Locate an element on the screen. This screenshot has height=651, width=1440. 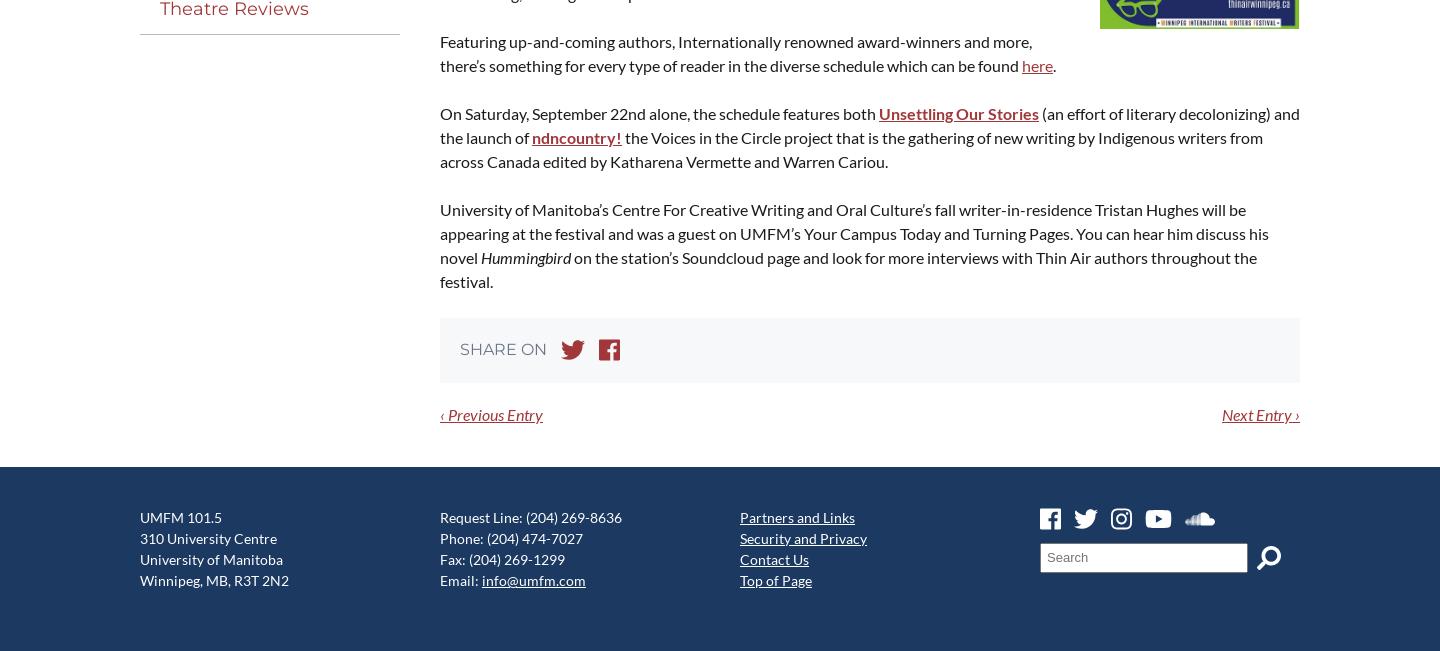
'On Sat­ur­day, Sep­tem­ber' is located at coordinates (524, 112).